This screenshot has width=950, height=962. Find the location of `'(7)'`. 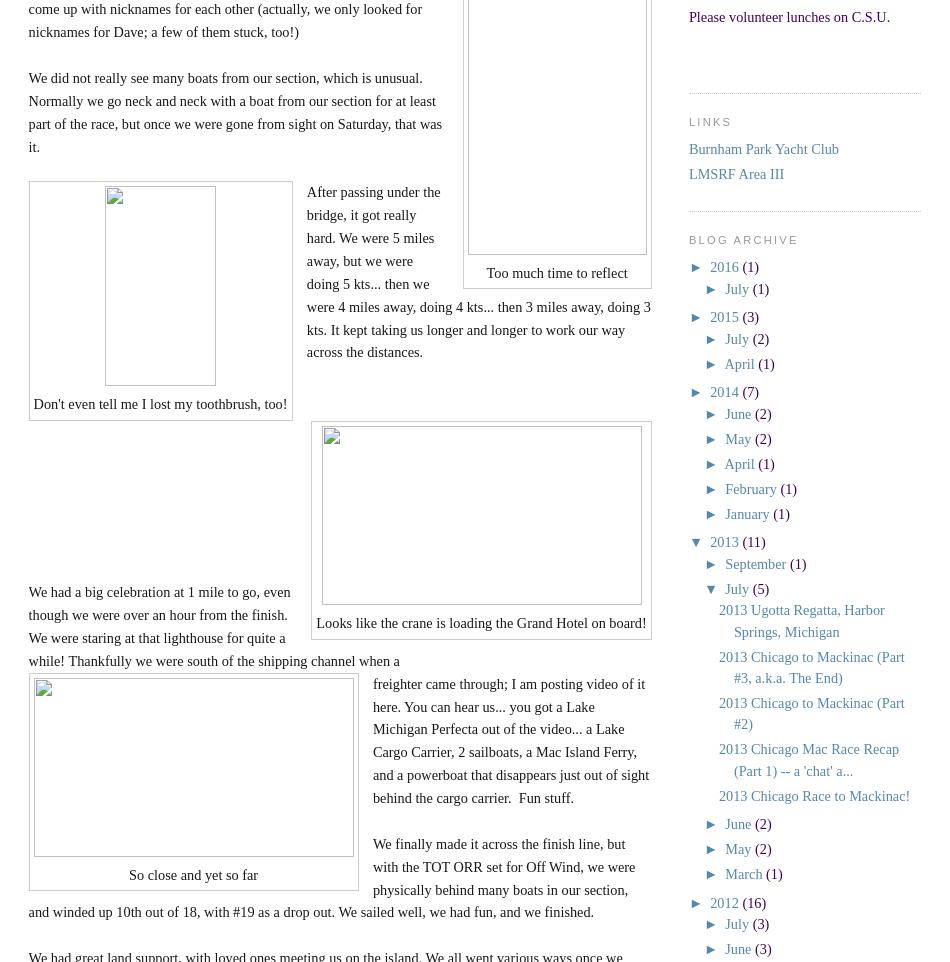

'(7)' is located at coordinates (741, 391).